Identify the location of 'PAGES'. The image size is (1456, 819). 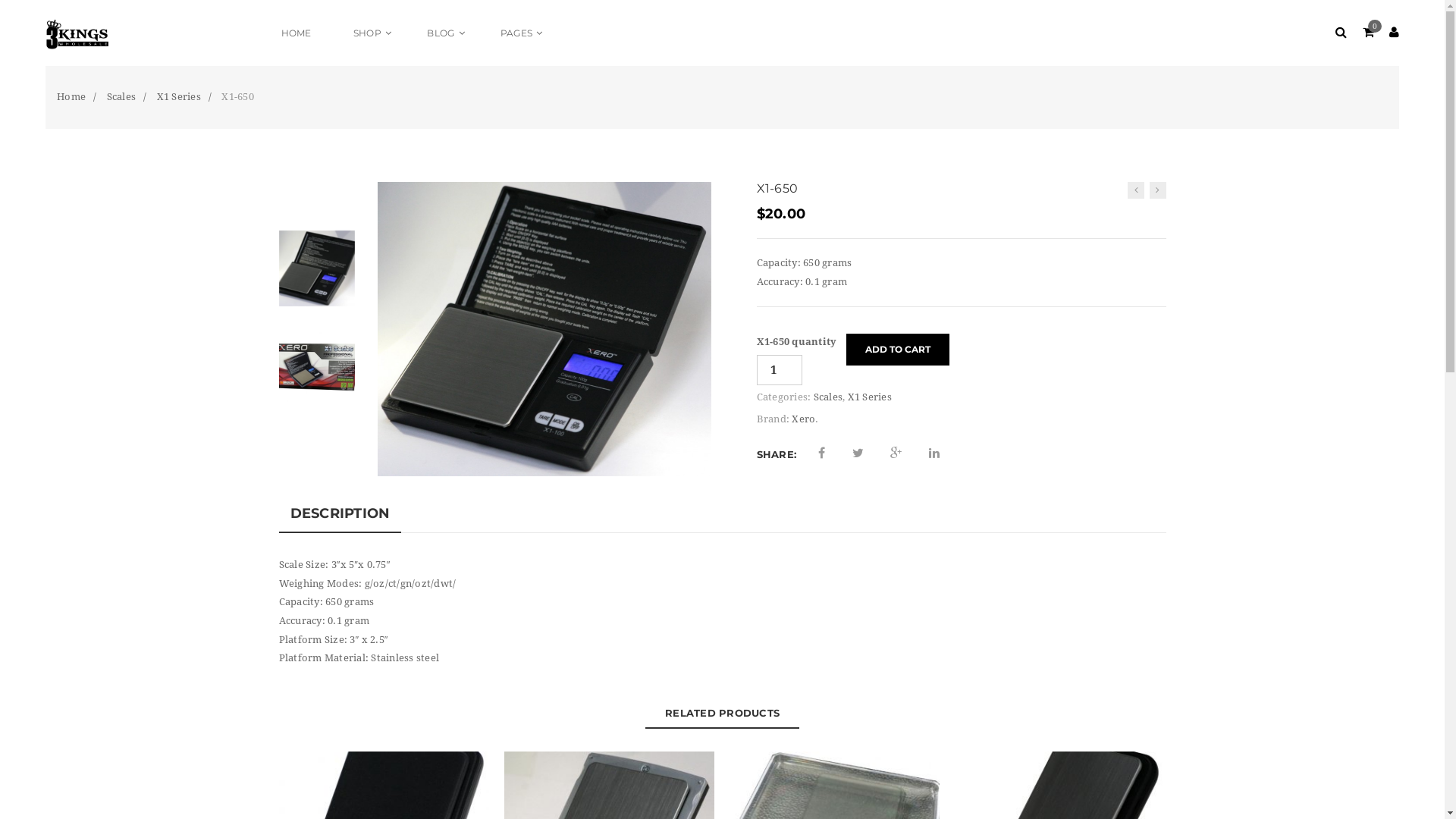
(518, 33).